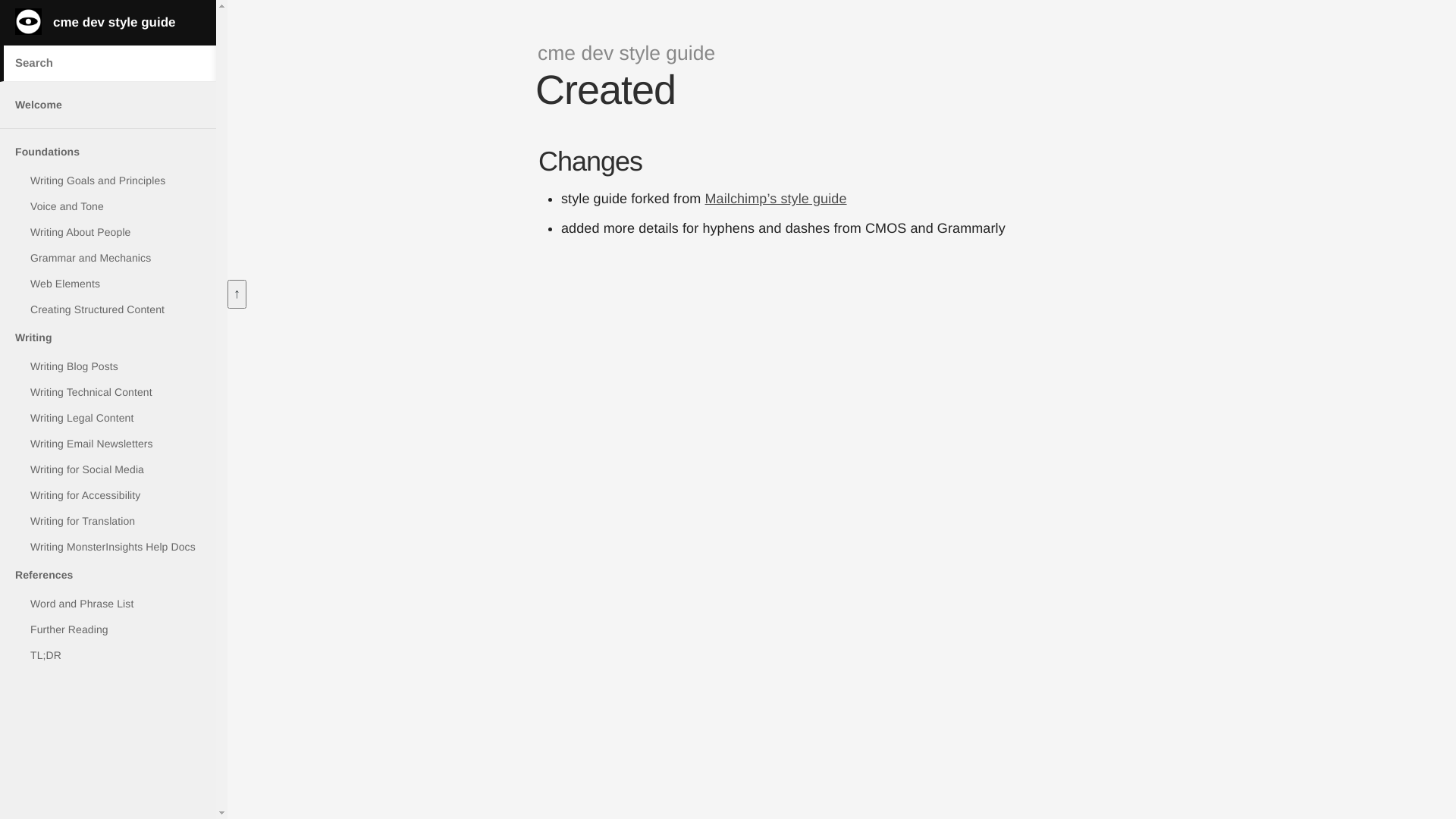  I want to click on 'Grammar and Mechanics', so click(107, 256).